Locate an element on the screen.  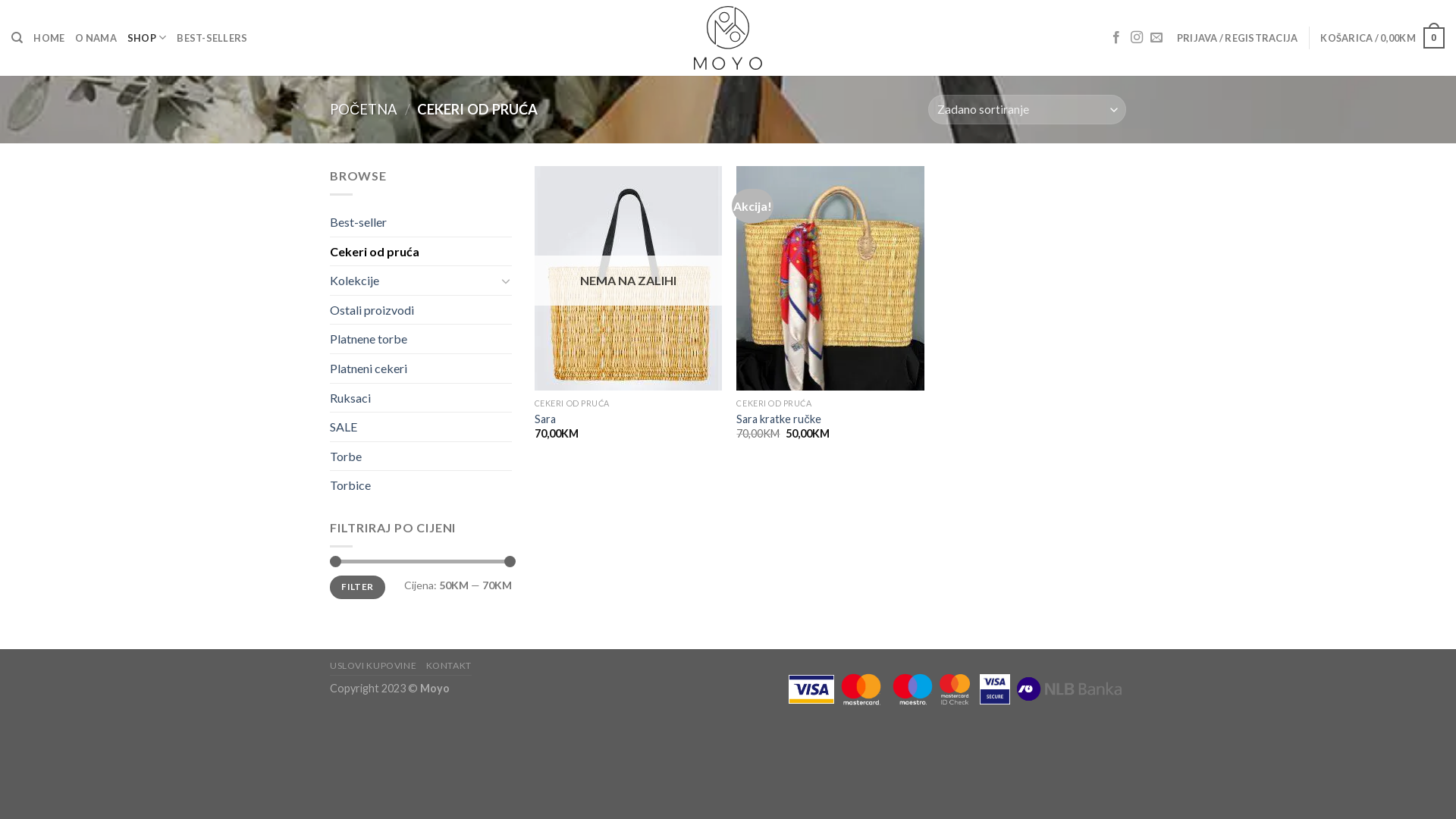
'Platneni cekeri' is located at coordinates (421, 369).